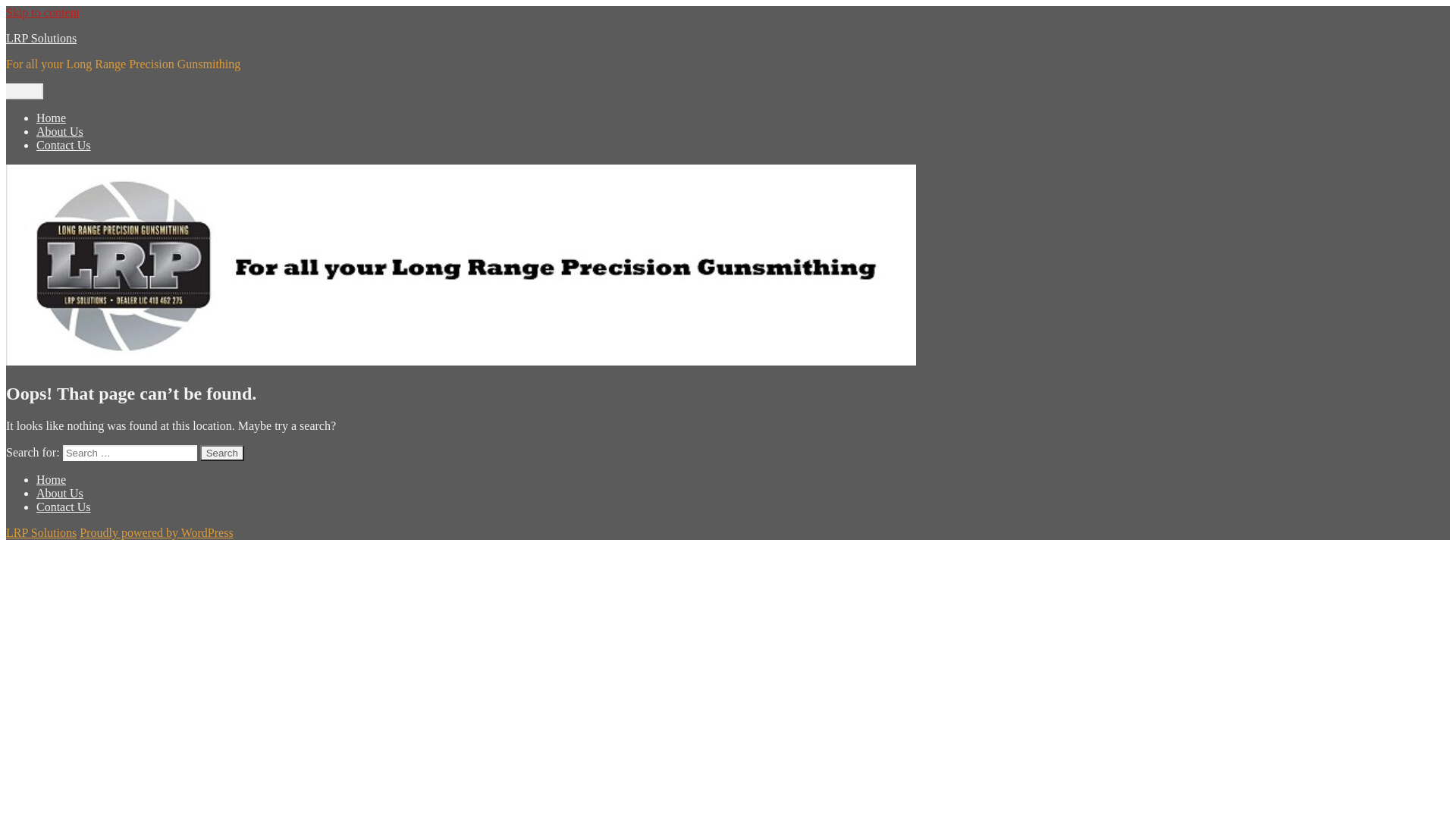 The height and width of the screenshot is (819, 1456). Describe the element at coordinates (59, 493) in the screenshot. I see `'About Us'` at that location.